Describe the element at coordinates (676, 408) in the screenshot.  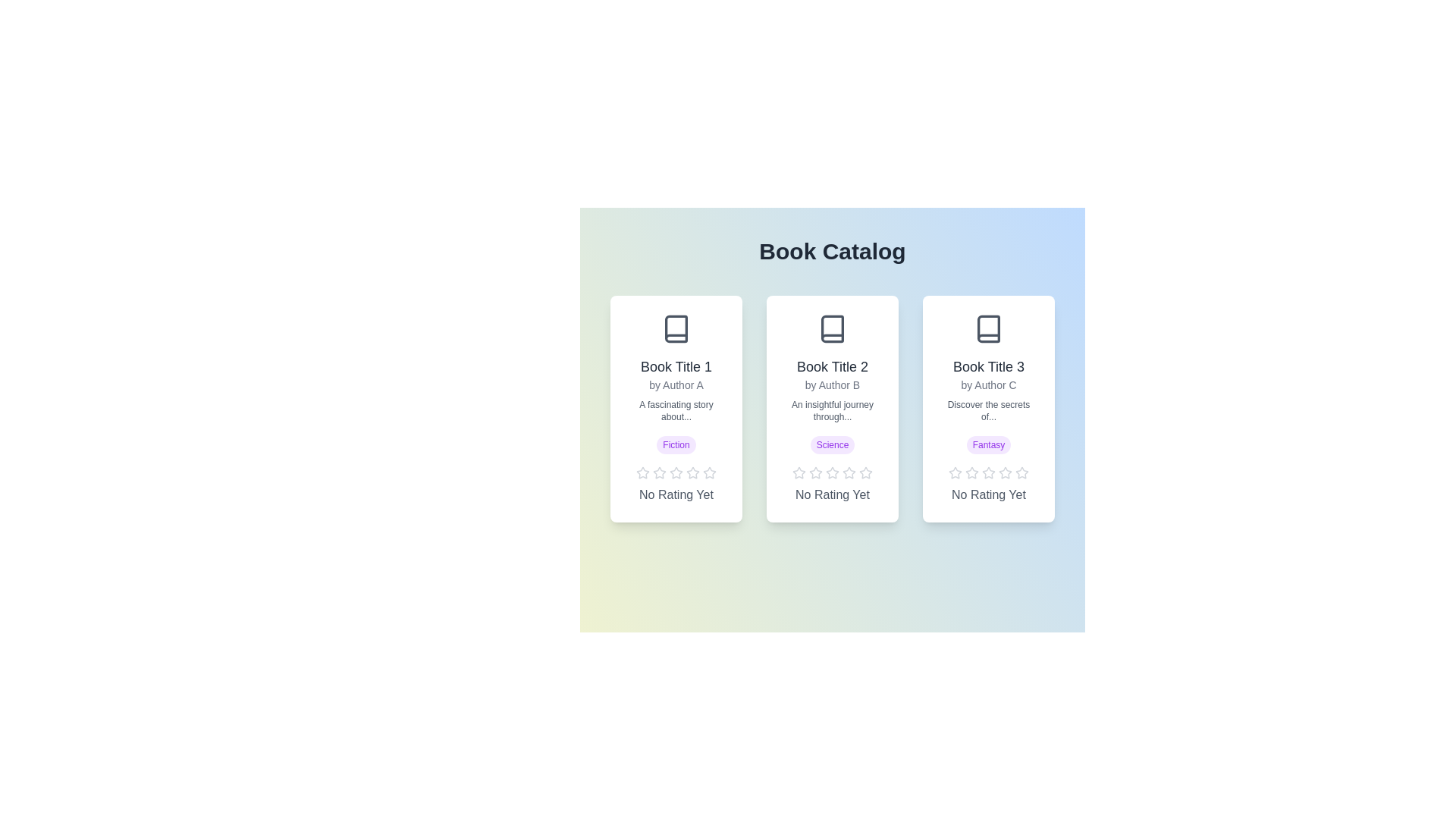
I see `the book card for Book Title 1` at that location.